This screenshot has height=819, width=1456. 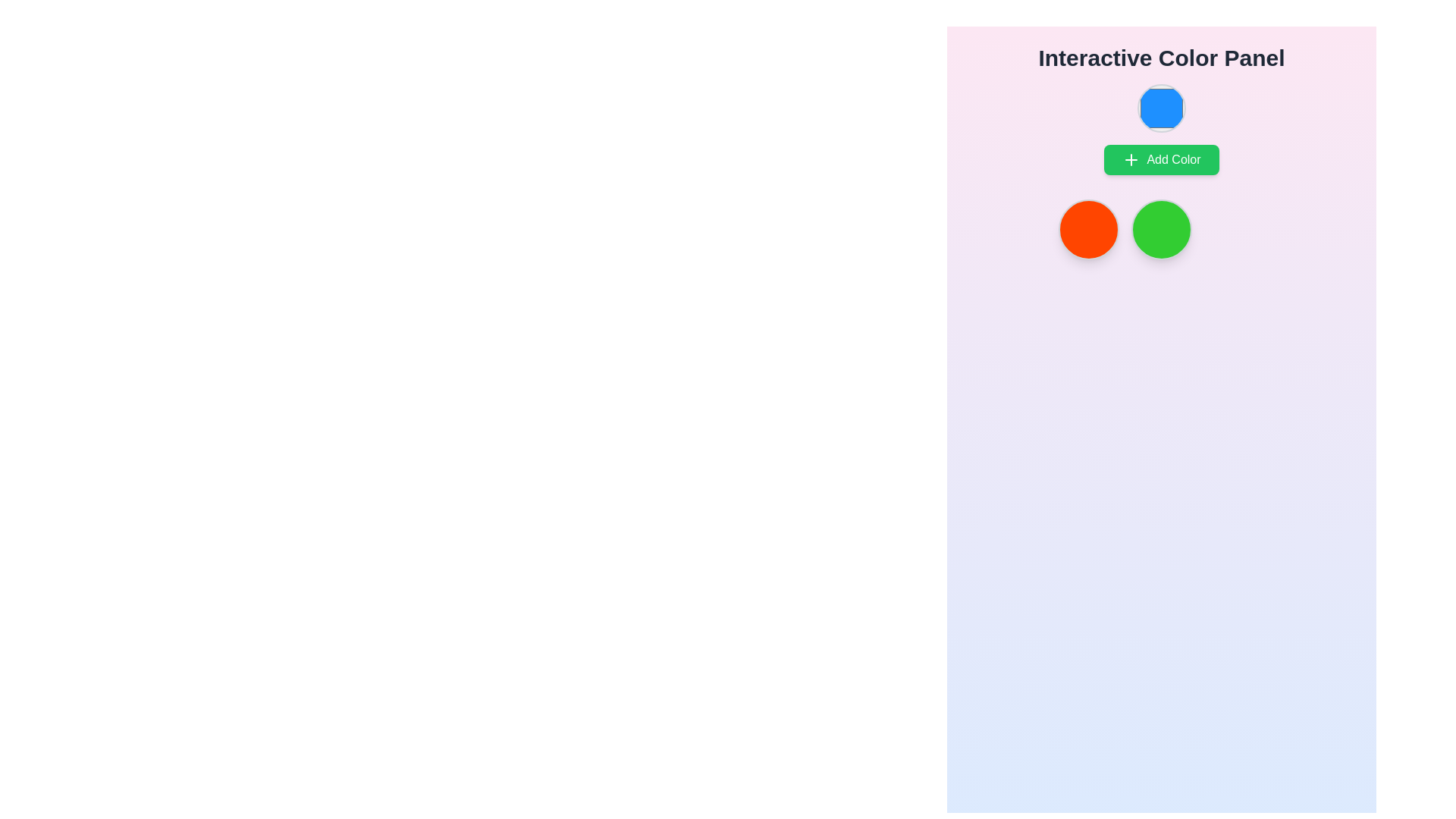 I want to click on the green color indicator circle located to the right of the orange circle within the color selection panel, so click(x=1160, y=230).